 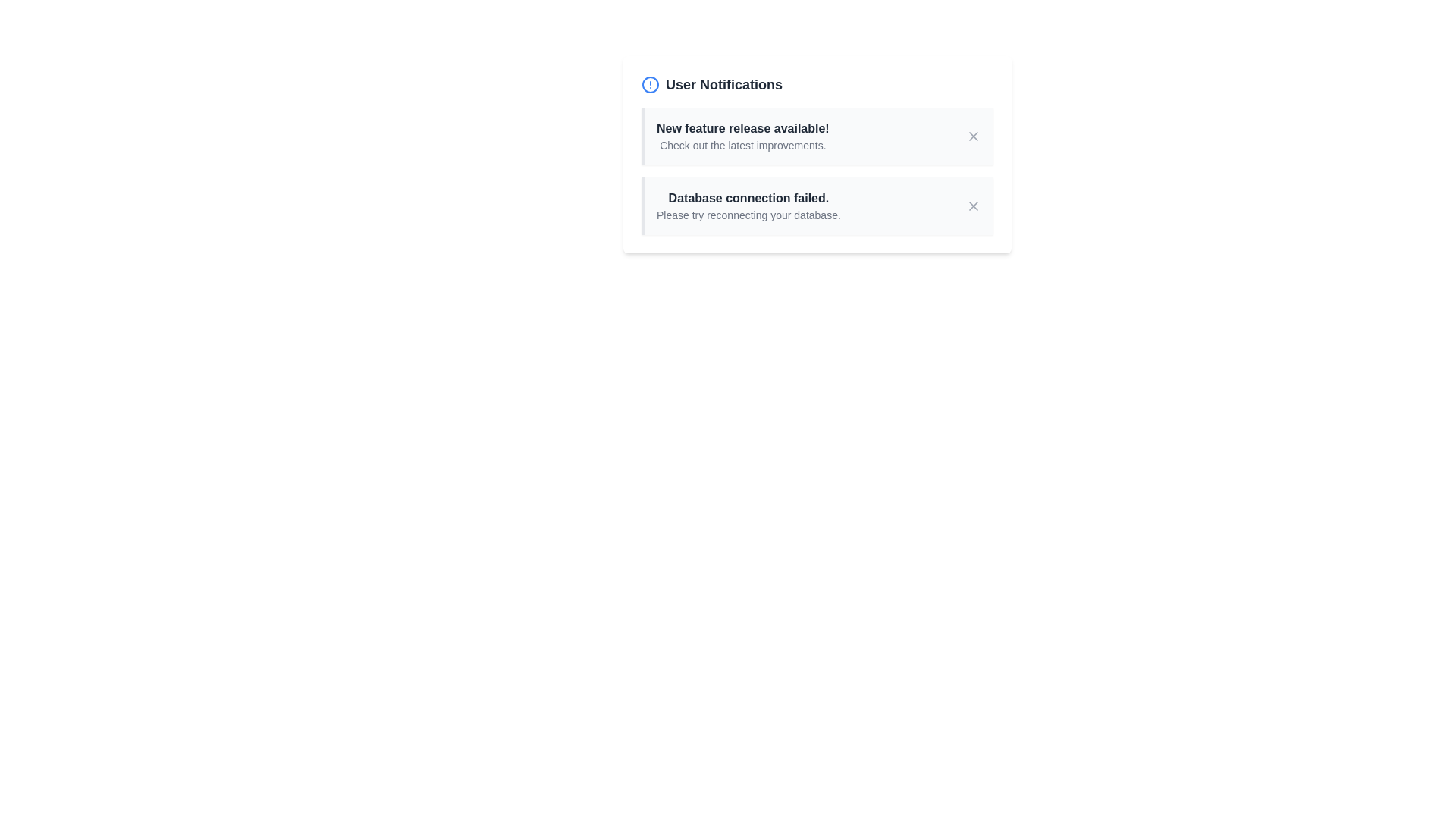 What do you see at coordinates (973, 206) in the screenshot?
I see `the dismiss button located at the top-right corner of the notification card containing the message 'Database connection failed.'` at bounding box center [973, 206].